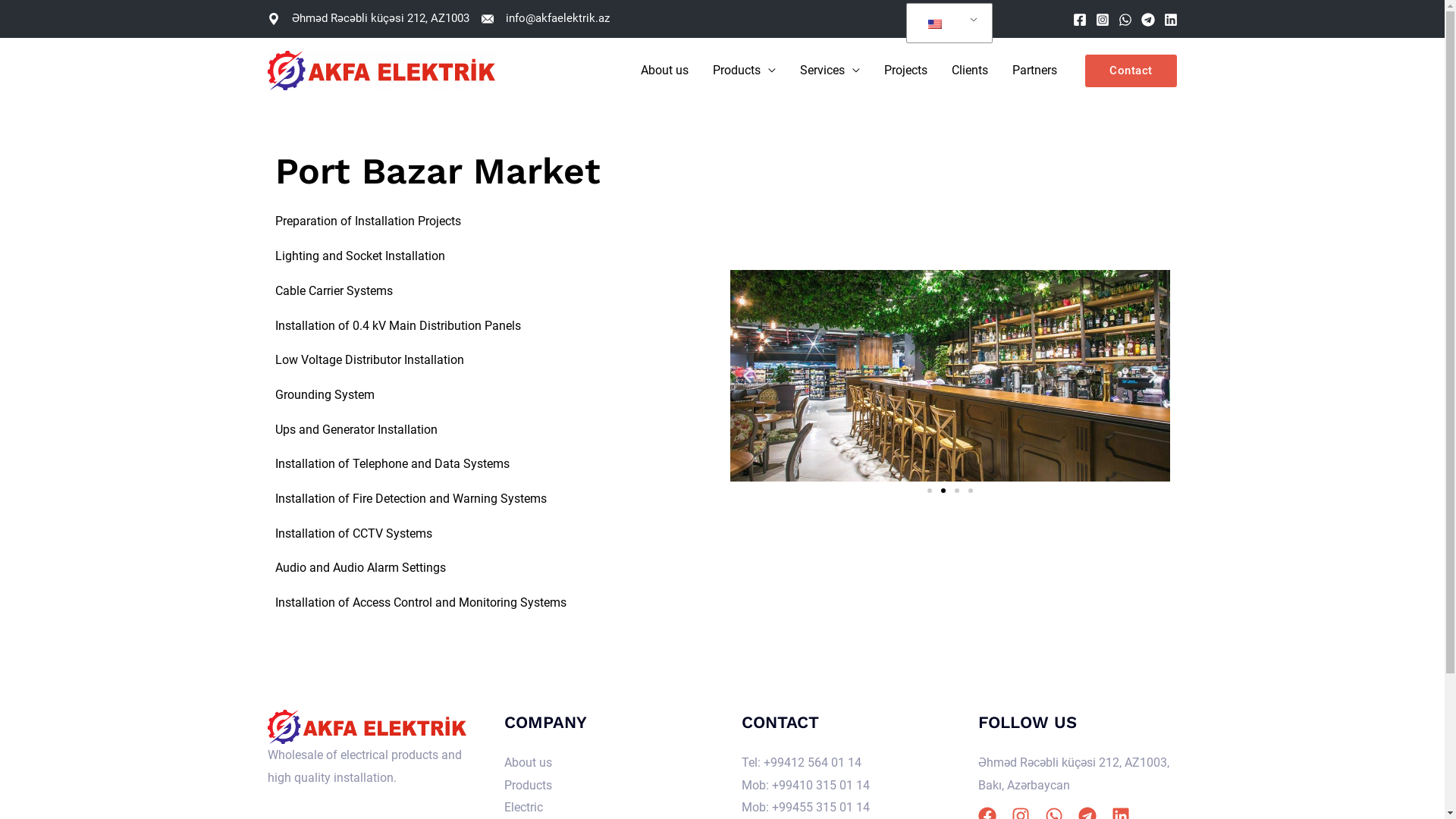  I want to click on 'Contact', so click(1131, 70).